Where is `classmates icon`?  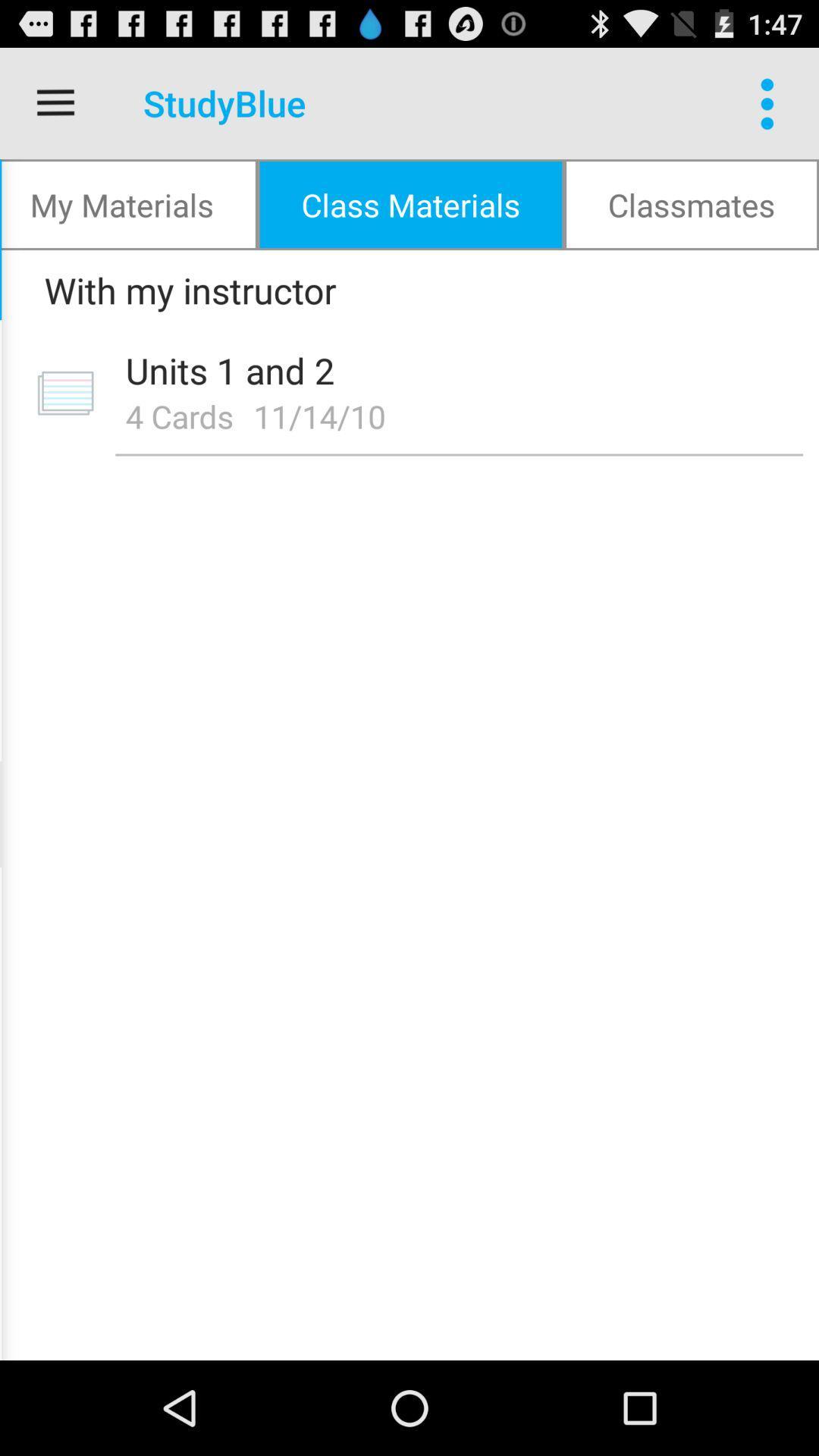 classmates icon is located at coordinates (691, 203).